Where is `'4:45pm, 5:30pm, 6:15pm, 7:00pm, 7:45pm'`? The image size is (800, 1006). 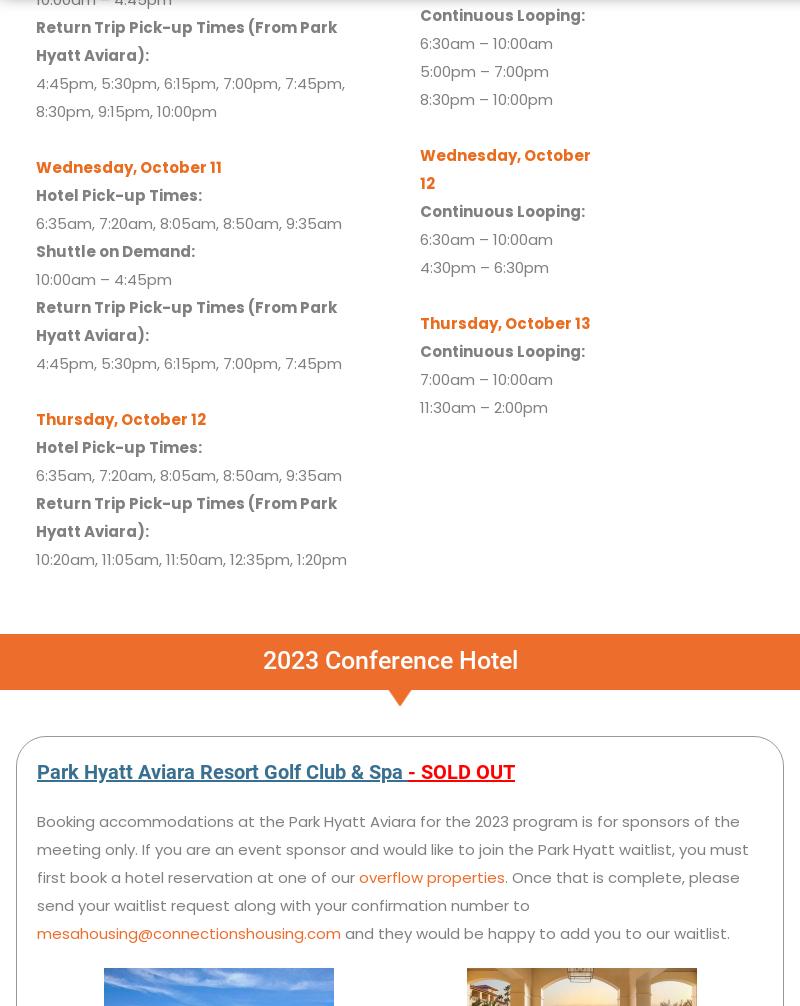
'4:45pm, 5:30pm, 6:15pm, 7:00pm, 7:45pm' is located at coordinates (187, 361).